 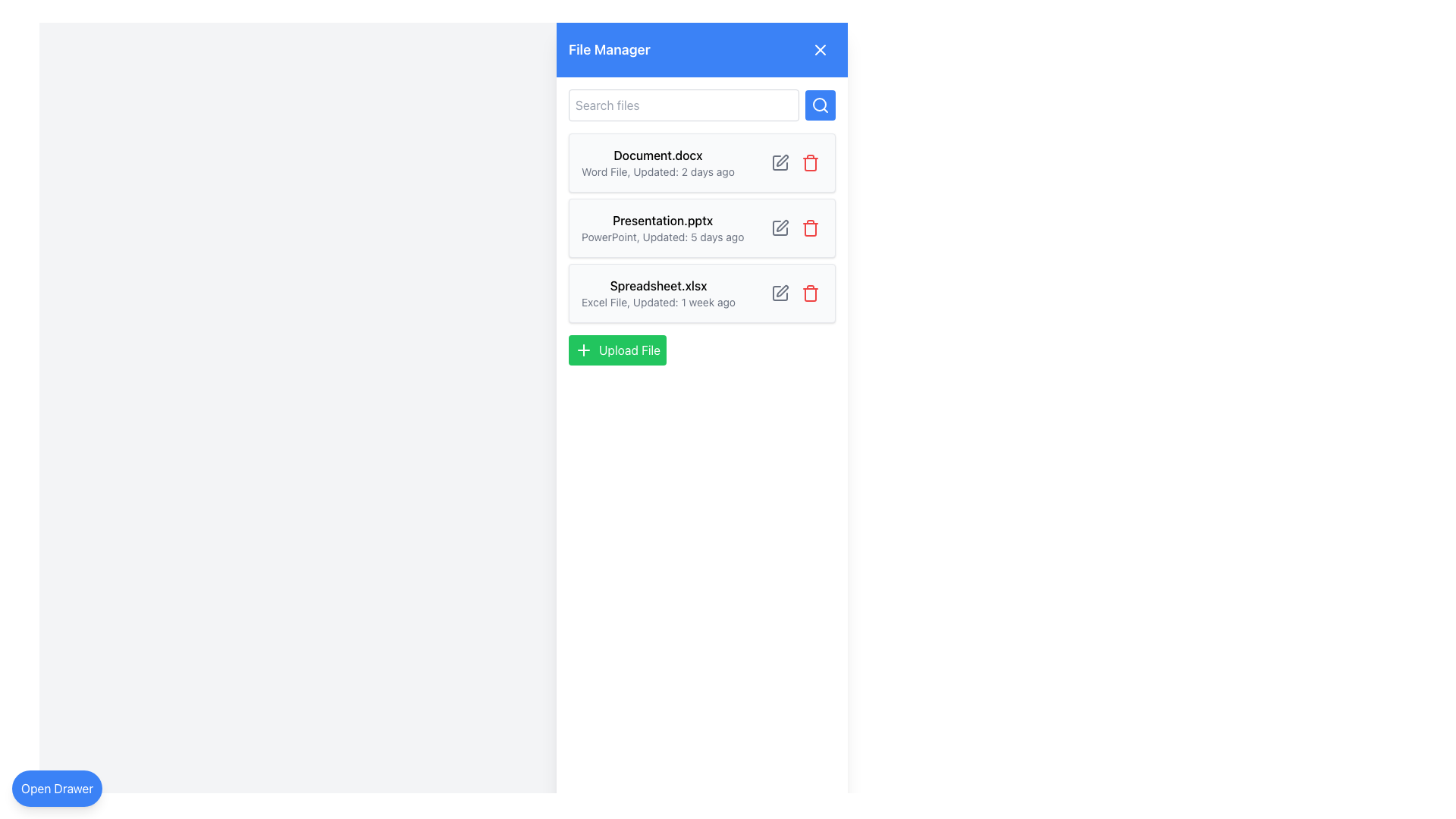 What do you see at coordinates (658, 155) in the screenshot?
I see `the primary headline text of the first file entry in the file management interface, which serves as the title or name of the file` at bounding box center [658, 155].